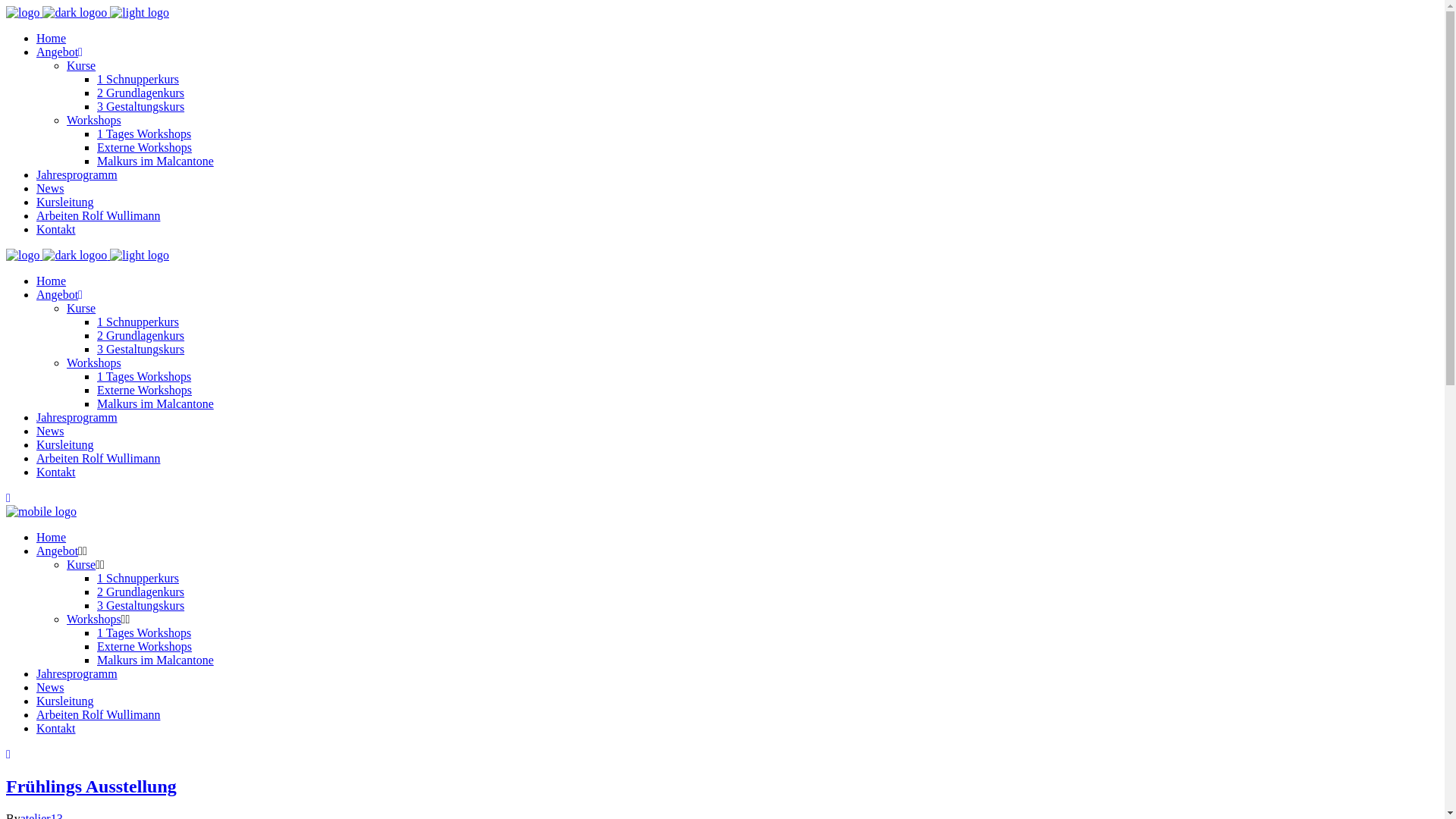 This screenshot has width=1456, height=819. I want to click on 'Workshops', so click(93, 119).